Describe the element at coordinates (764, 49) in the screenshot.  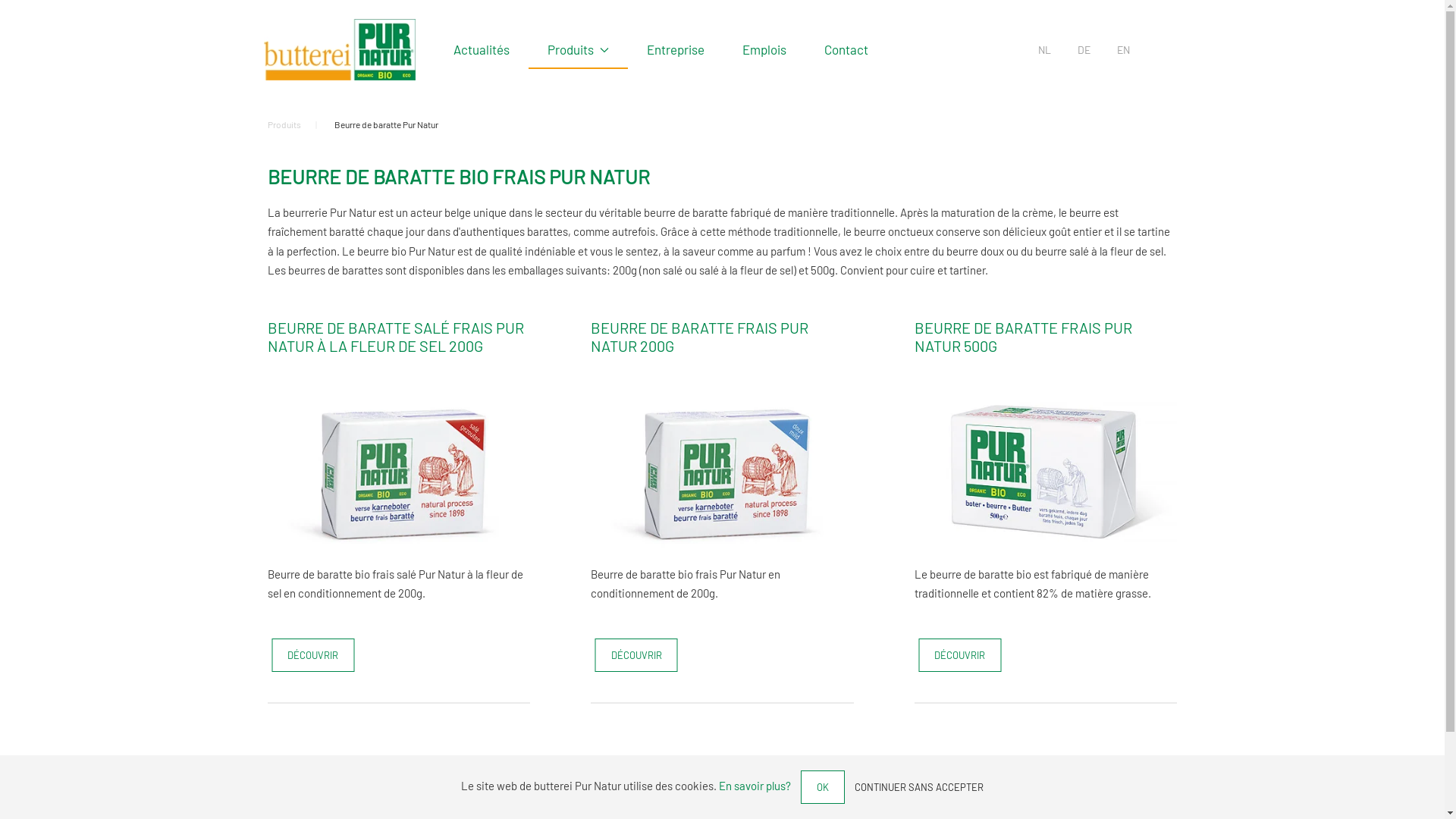
I see `'Emplois'` at that location.